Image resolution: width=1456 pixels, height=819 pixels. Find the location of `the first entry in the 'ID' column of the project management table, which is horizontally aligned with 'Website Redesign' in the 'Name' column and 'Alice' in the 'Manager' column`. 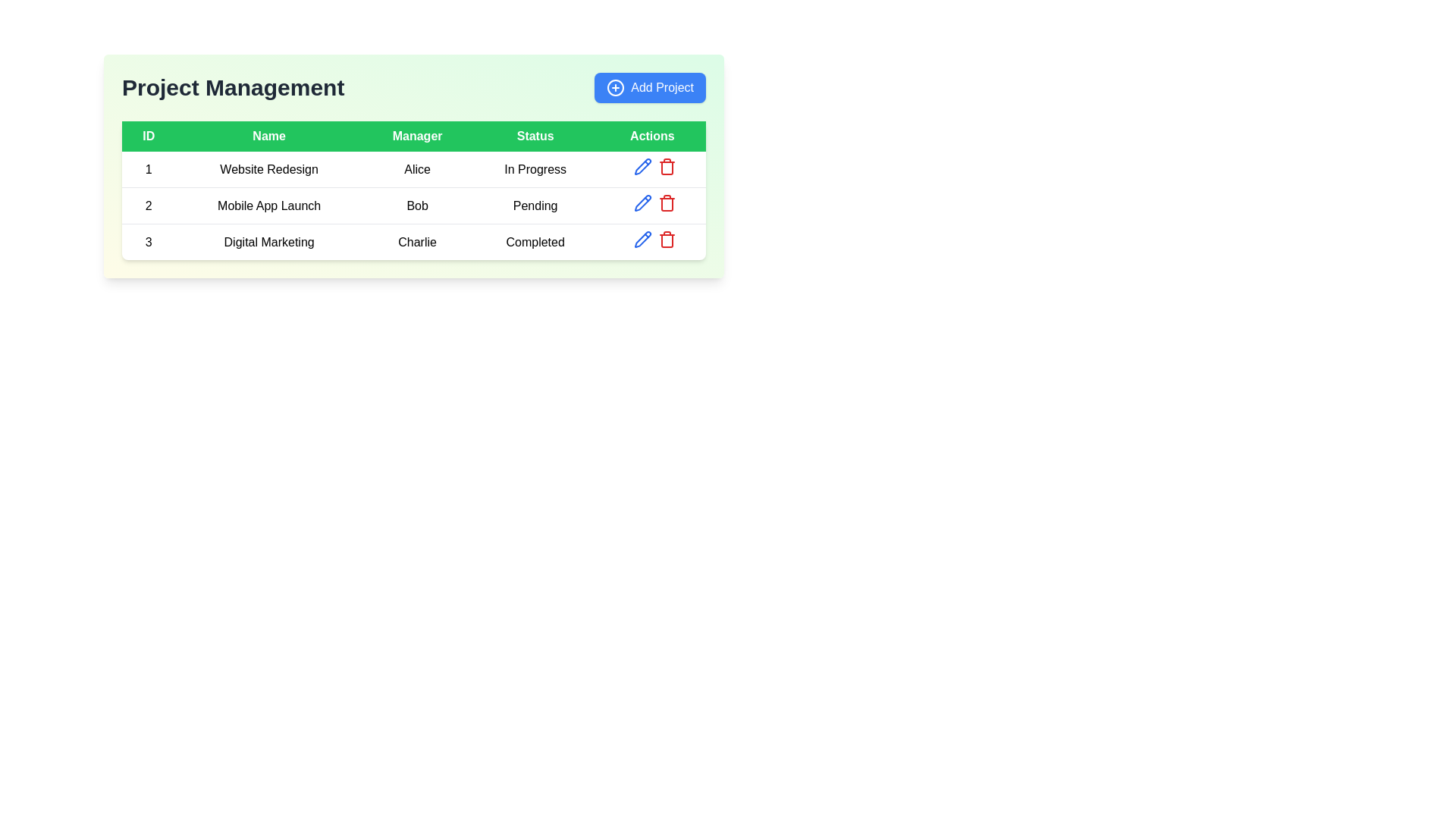

the first entry in the 'ID' column of the project management table, which is horizontally aligned with 'Website Redesign' in the 'Name' column and 'Alice' in the 'Manager' column is located at coordinates (149, 169).